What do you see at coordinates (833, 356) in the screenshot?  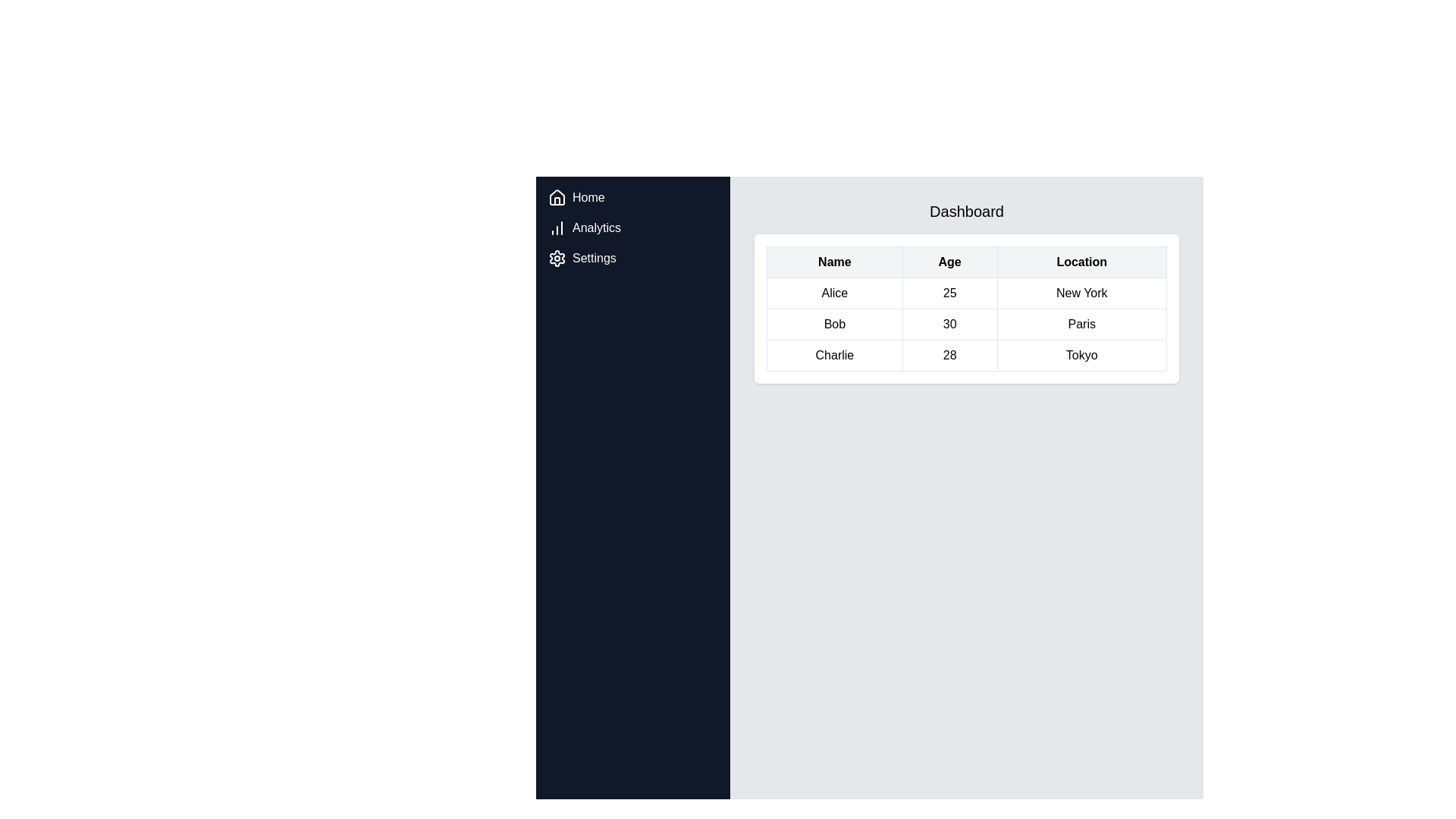 I see `the text label displaying 'Charlie' in the first column of the third row of the table` at bounding box center [833, 356].